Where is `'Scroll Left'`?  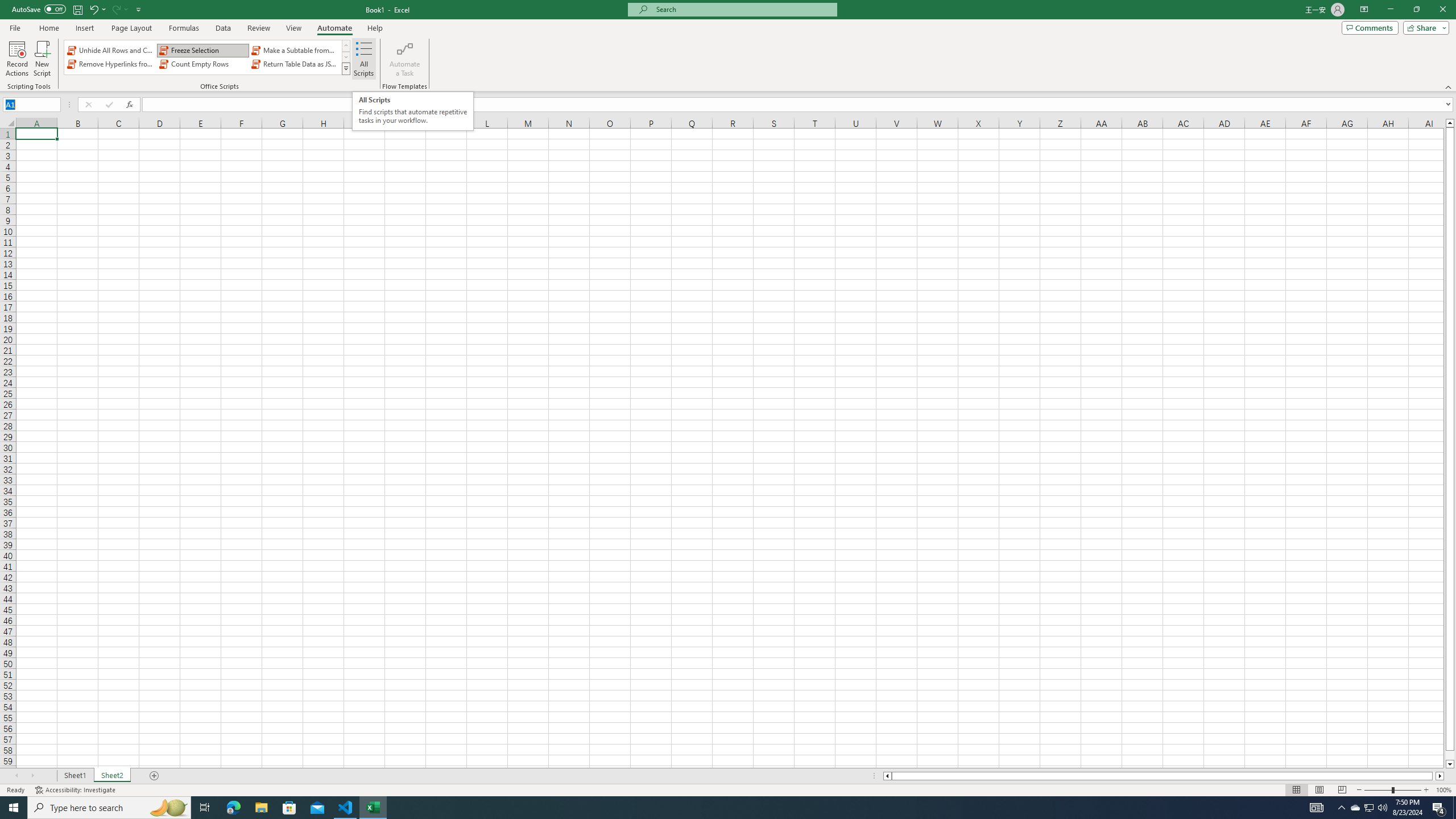
'Scroll Left' is located at coordinates (16, 775).